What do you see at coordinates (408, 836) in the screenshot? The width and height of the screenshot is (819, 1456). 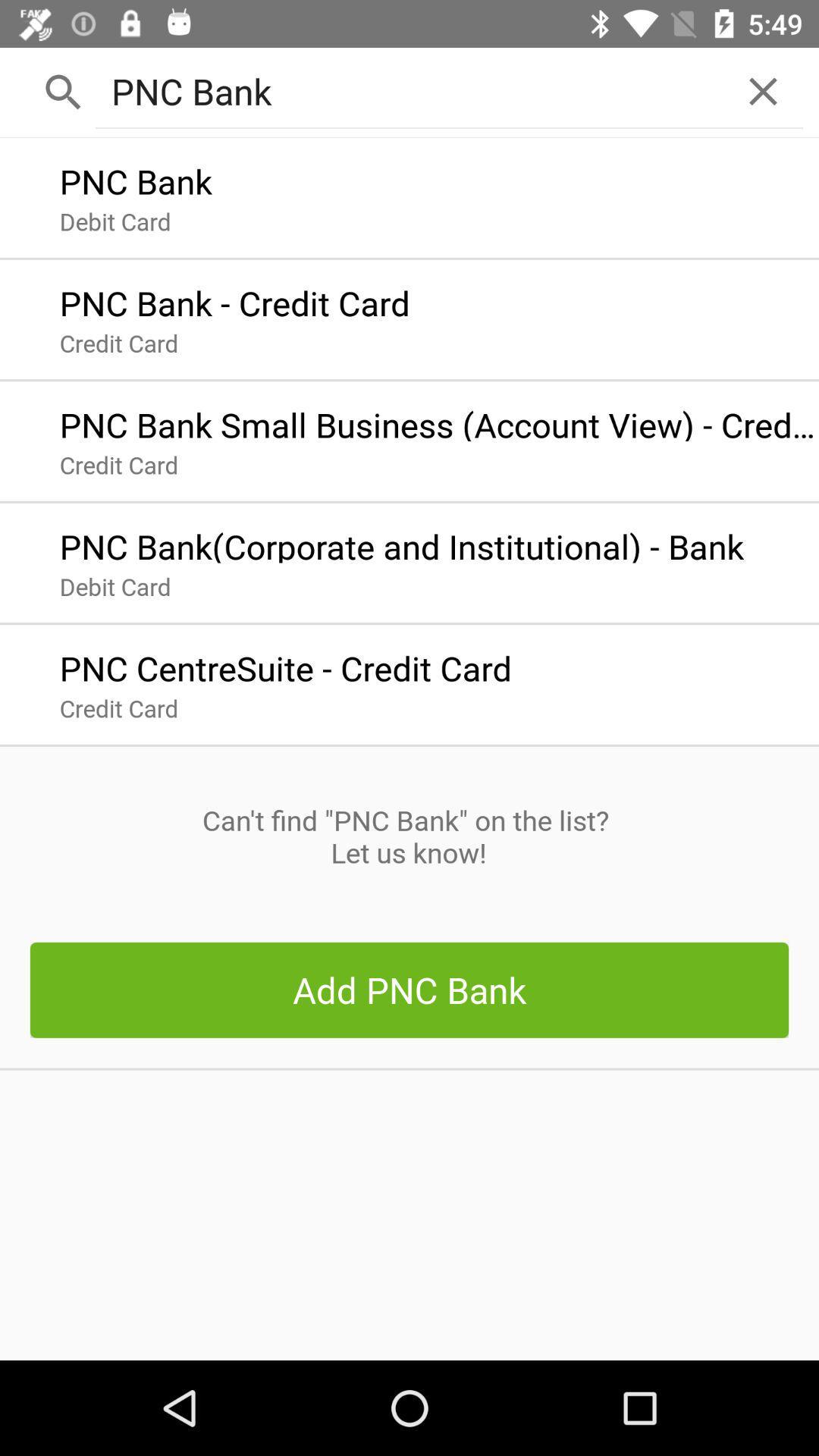 I see `icon above the add pnc bank` at bounding box center [408, 836].